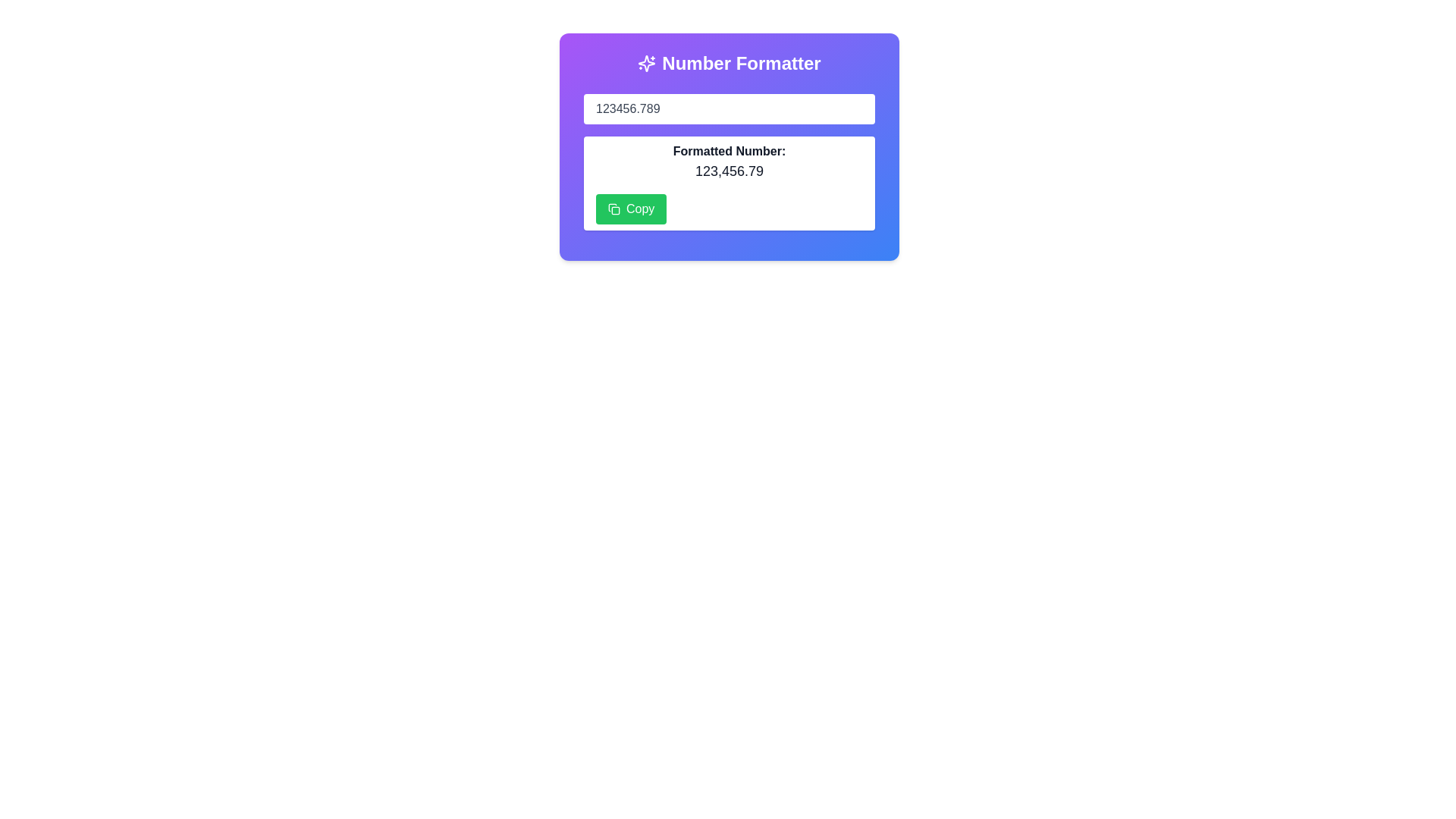  I want to click on the copy icon located to the left of the green 'Copy' button, so click(614, 209).